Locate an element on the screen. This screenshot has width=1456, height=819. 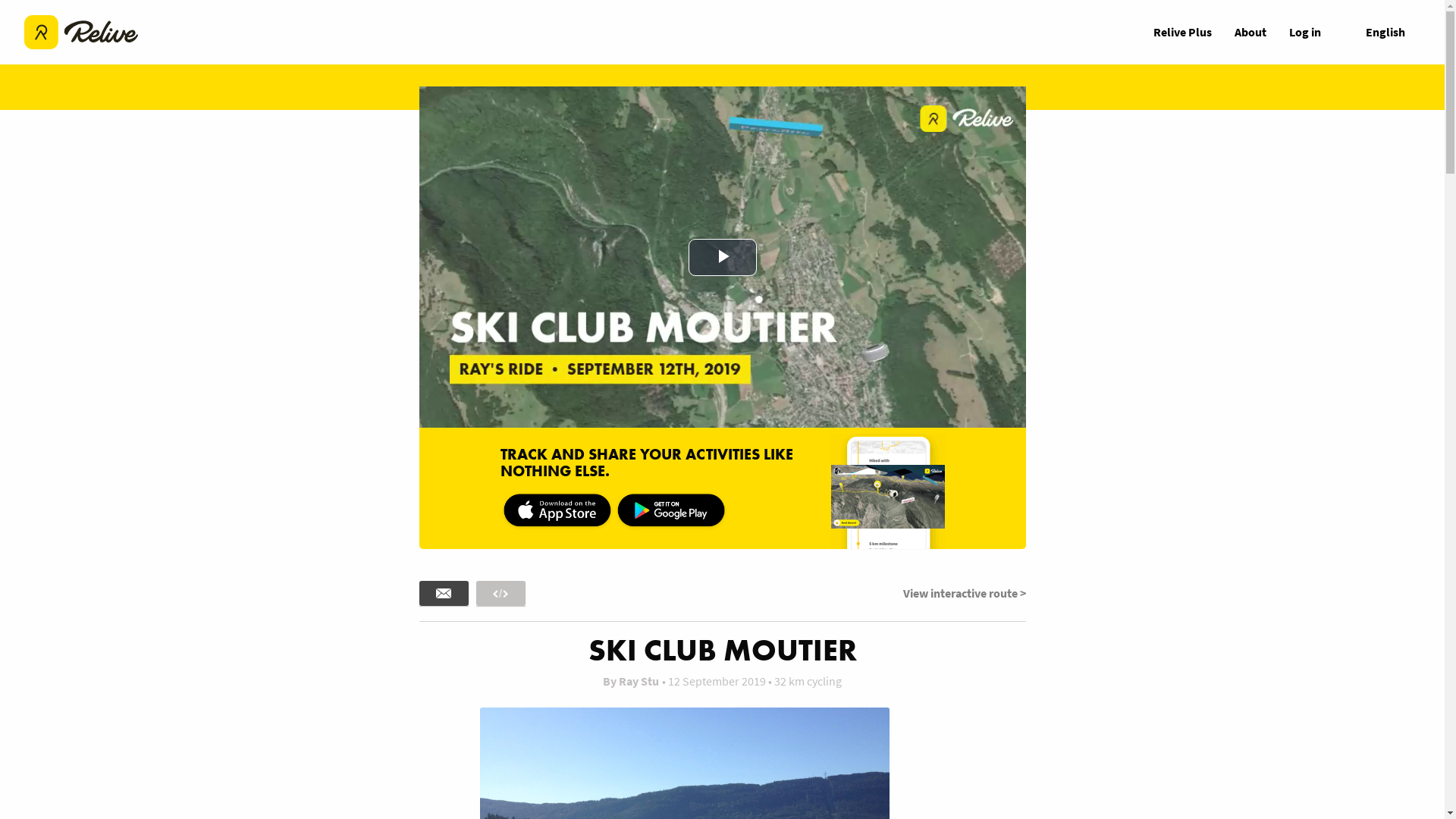
'View interactive route >' is located at coordinates (963, 592).